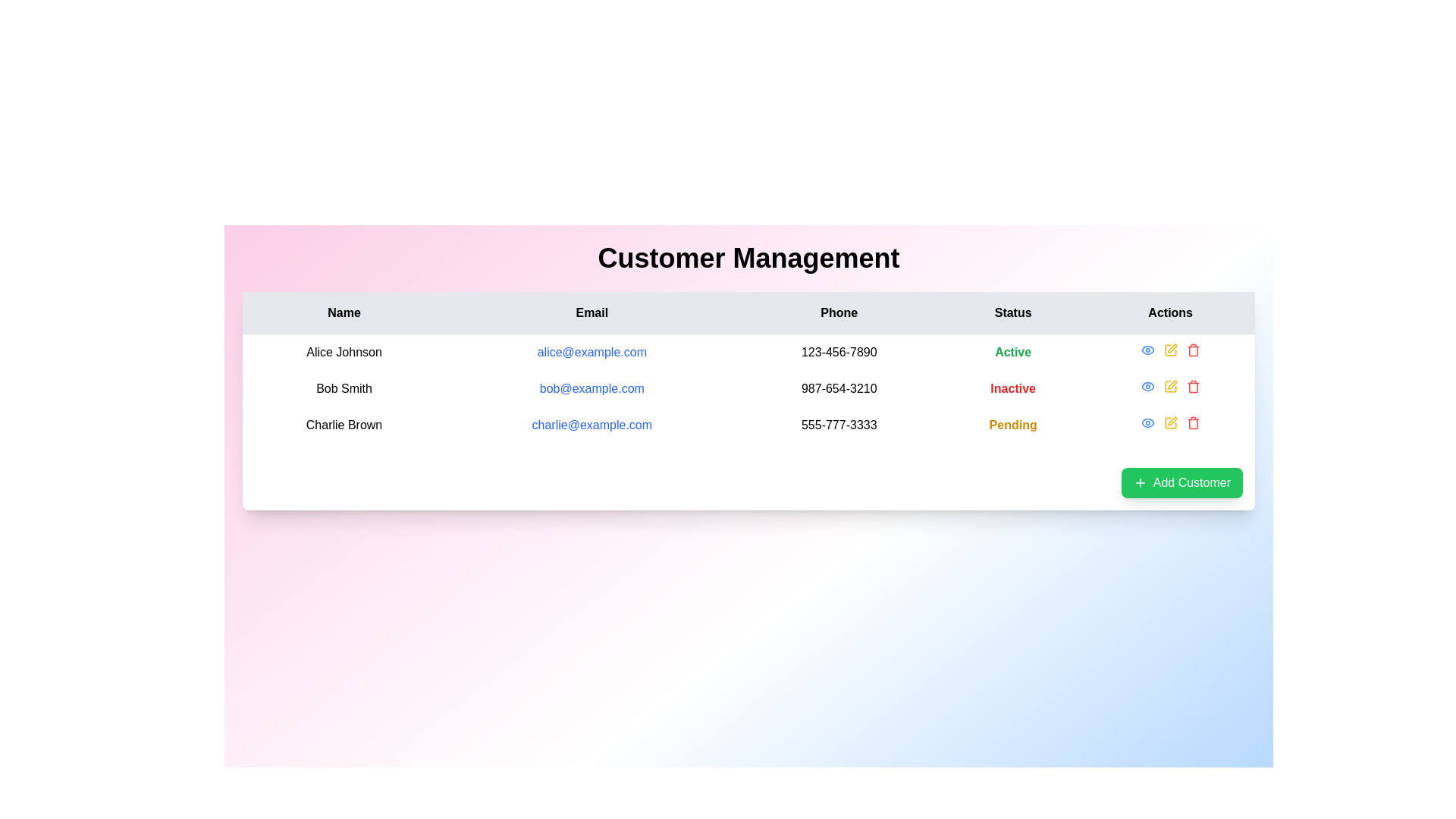  I want to click on the trash bin icon button located in the 'Actions' column of the table row for 'Bob Smith', so click(1192, 351).